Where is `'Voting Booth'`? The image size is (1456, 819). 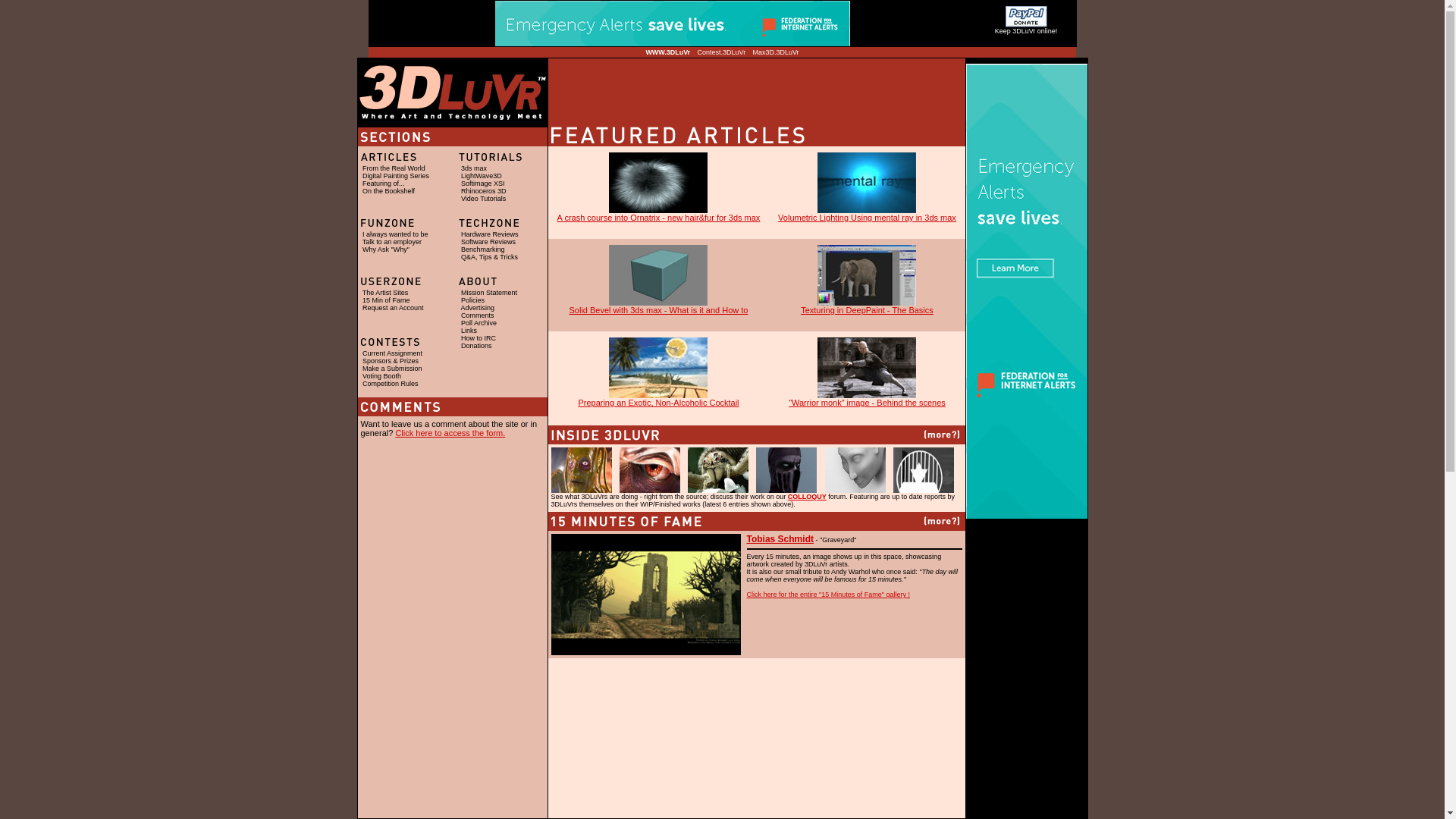
'Voting Booth' is located at coordinates (381, 375).